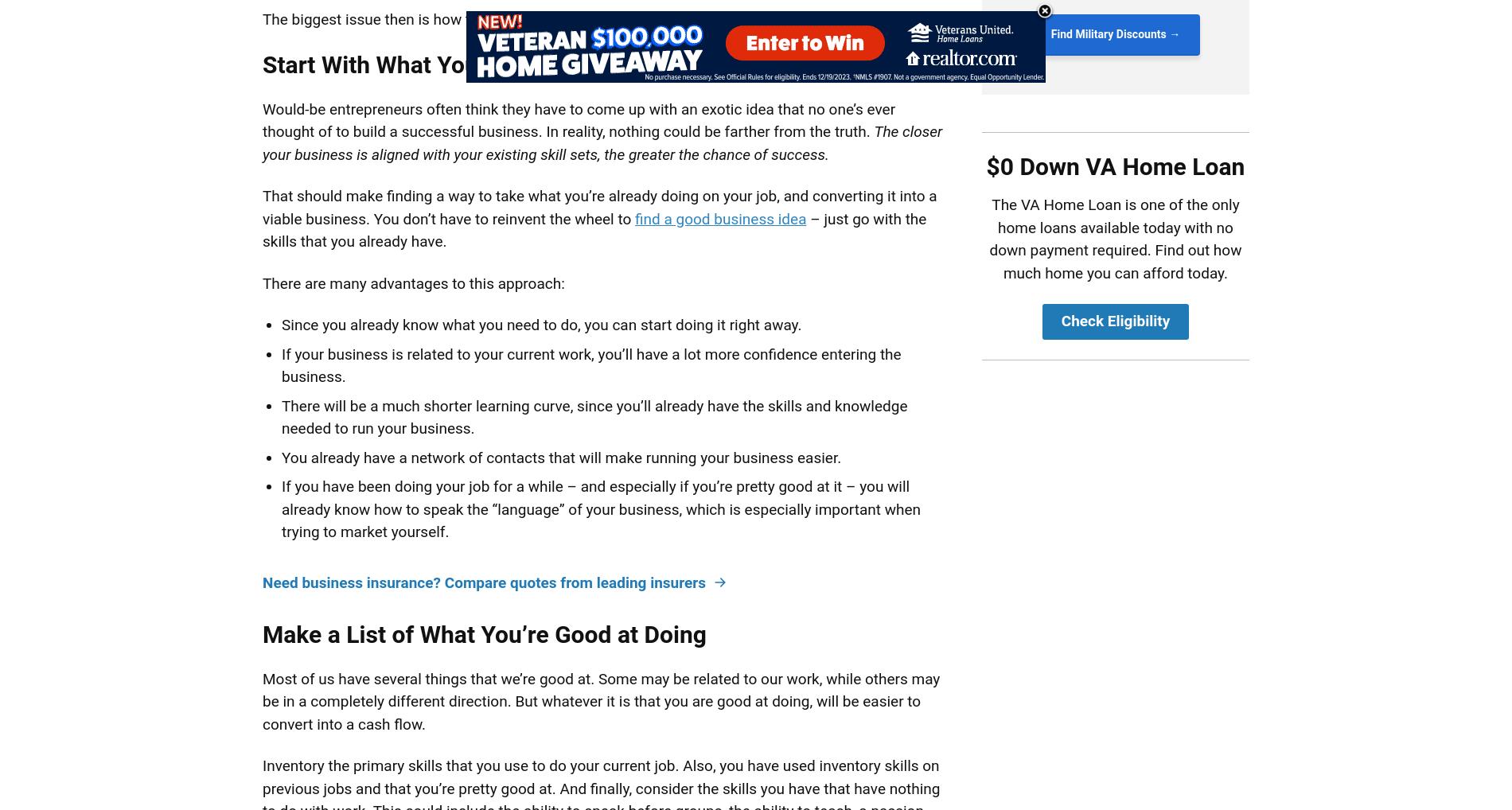  What do you see at coordinates (719, 218) in the screenshot?
I see `'find a good business idea'` at bounding box center [719, 218].